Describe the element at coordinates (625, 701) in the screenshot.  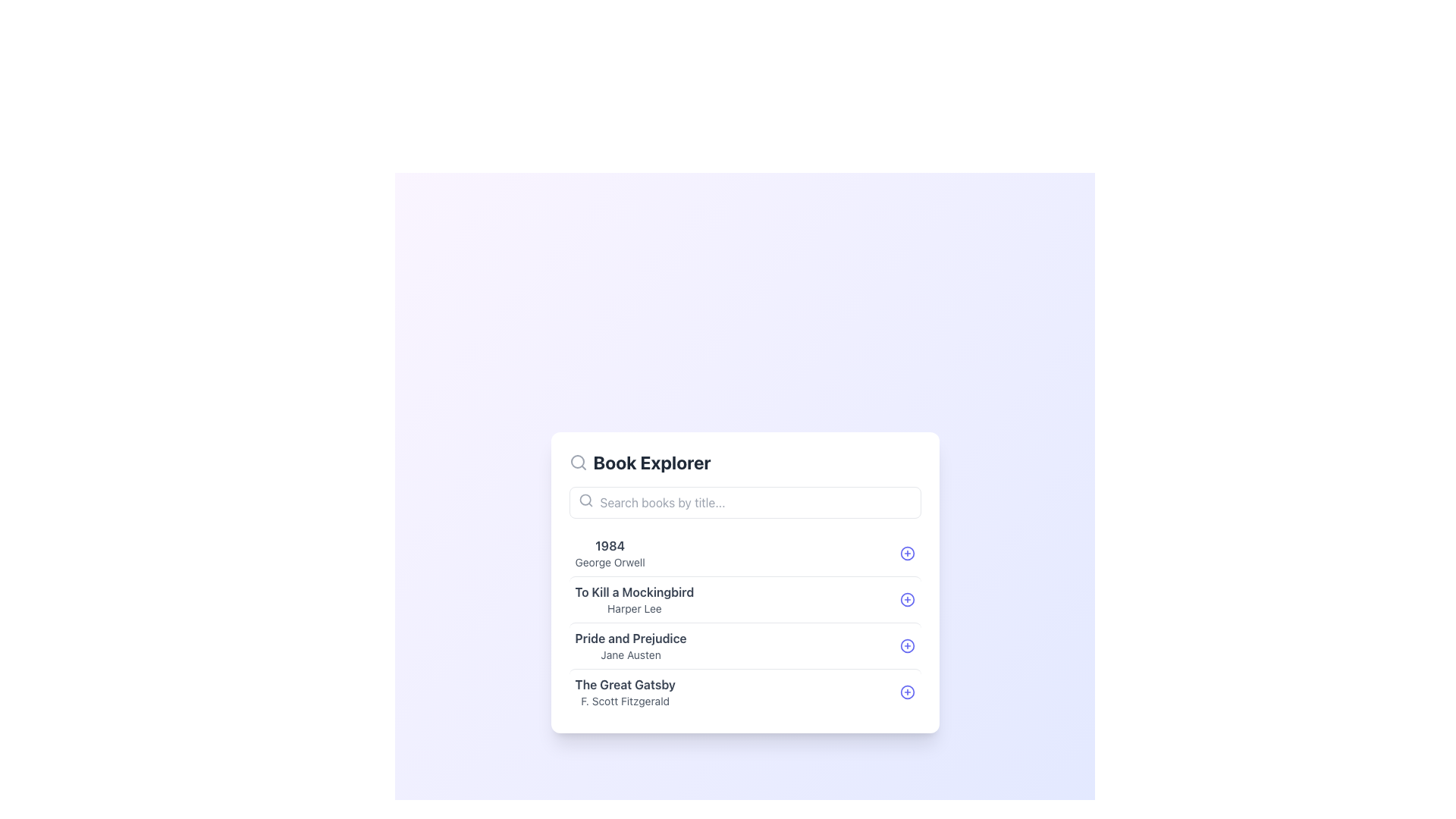
I see `the text label displaying 'F. Scott Fitzgerald' located beneath the book title 'The Great Gatsby' in the fourth item of the vertical book list` at that location.